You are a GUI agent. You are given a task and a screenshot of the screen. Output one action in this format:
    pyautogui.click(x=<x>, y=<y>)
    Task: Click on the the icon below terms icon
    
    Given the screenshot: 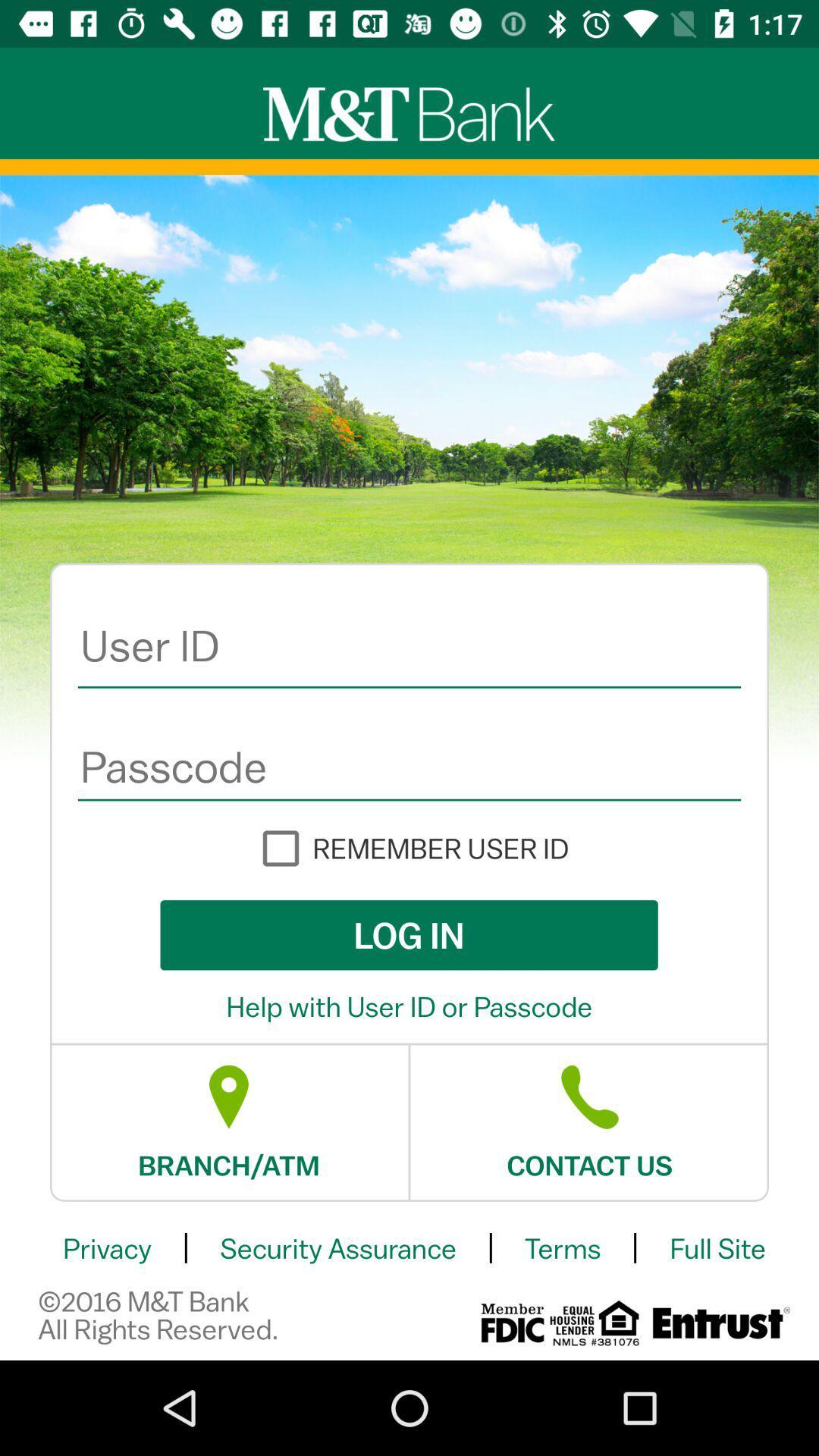 What is the action you would take?
    pyautogui.click(x=594, y=1322)
    